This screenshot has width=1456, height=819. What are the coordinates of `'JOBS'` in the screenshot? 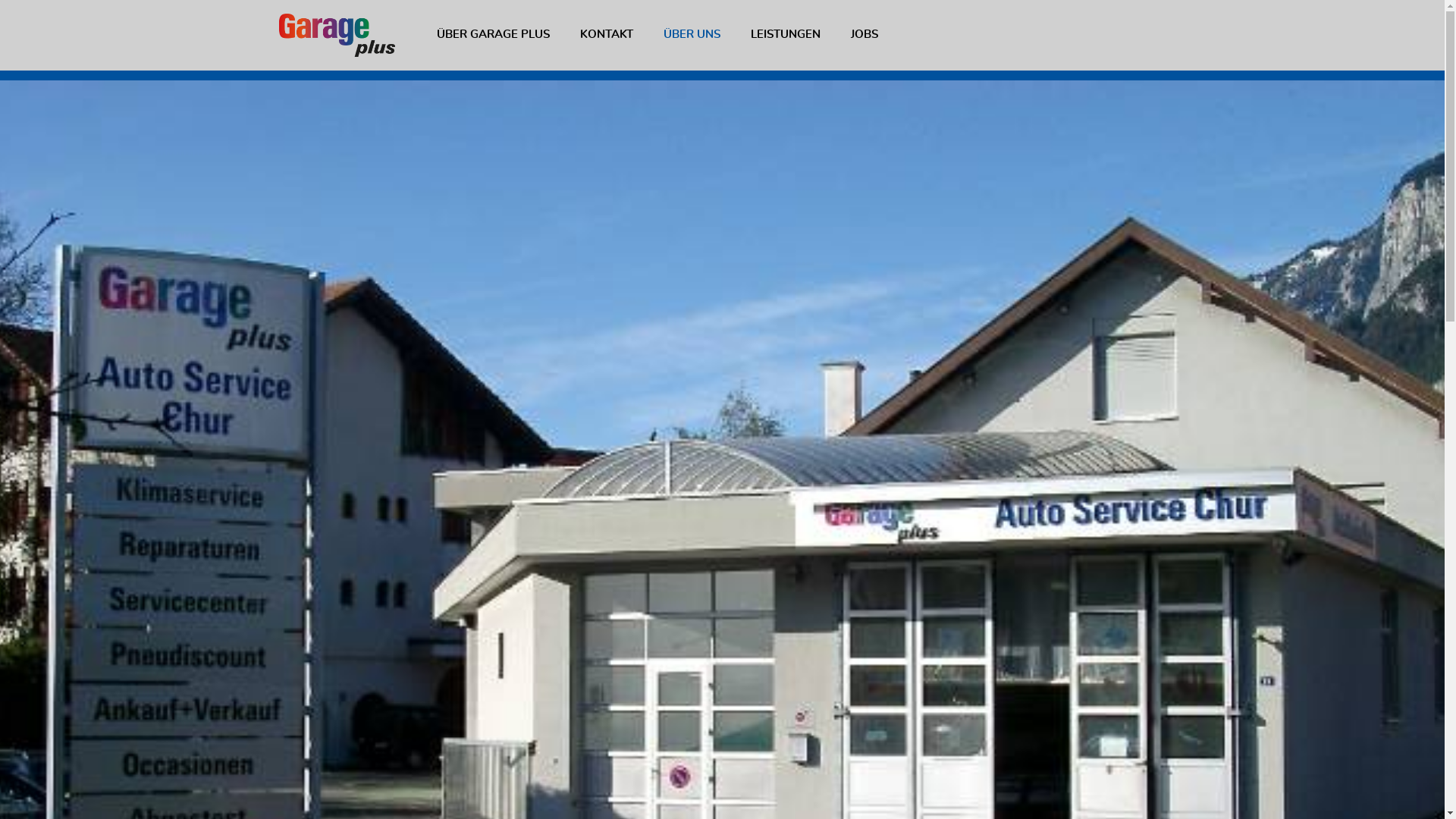 It's located at (864, 34).